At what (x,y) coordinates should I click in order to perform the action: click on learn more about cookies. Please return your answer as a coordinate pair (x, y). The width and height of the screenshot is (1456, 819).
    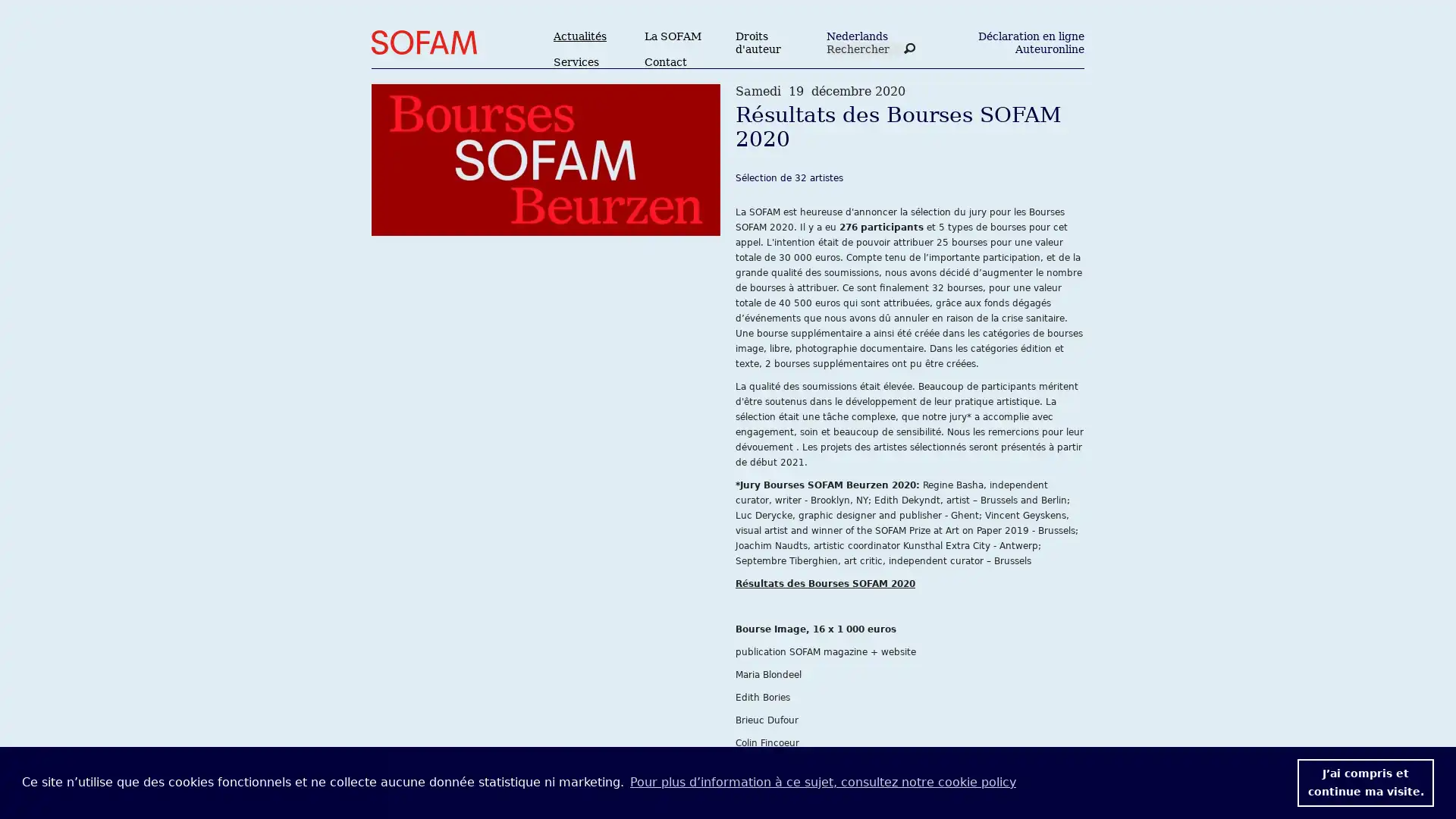
    Looking at the image, I should click on (821, 783).